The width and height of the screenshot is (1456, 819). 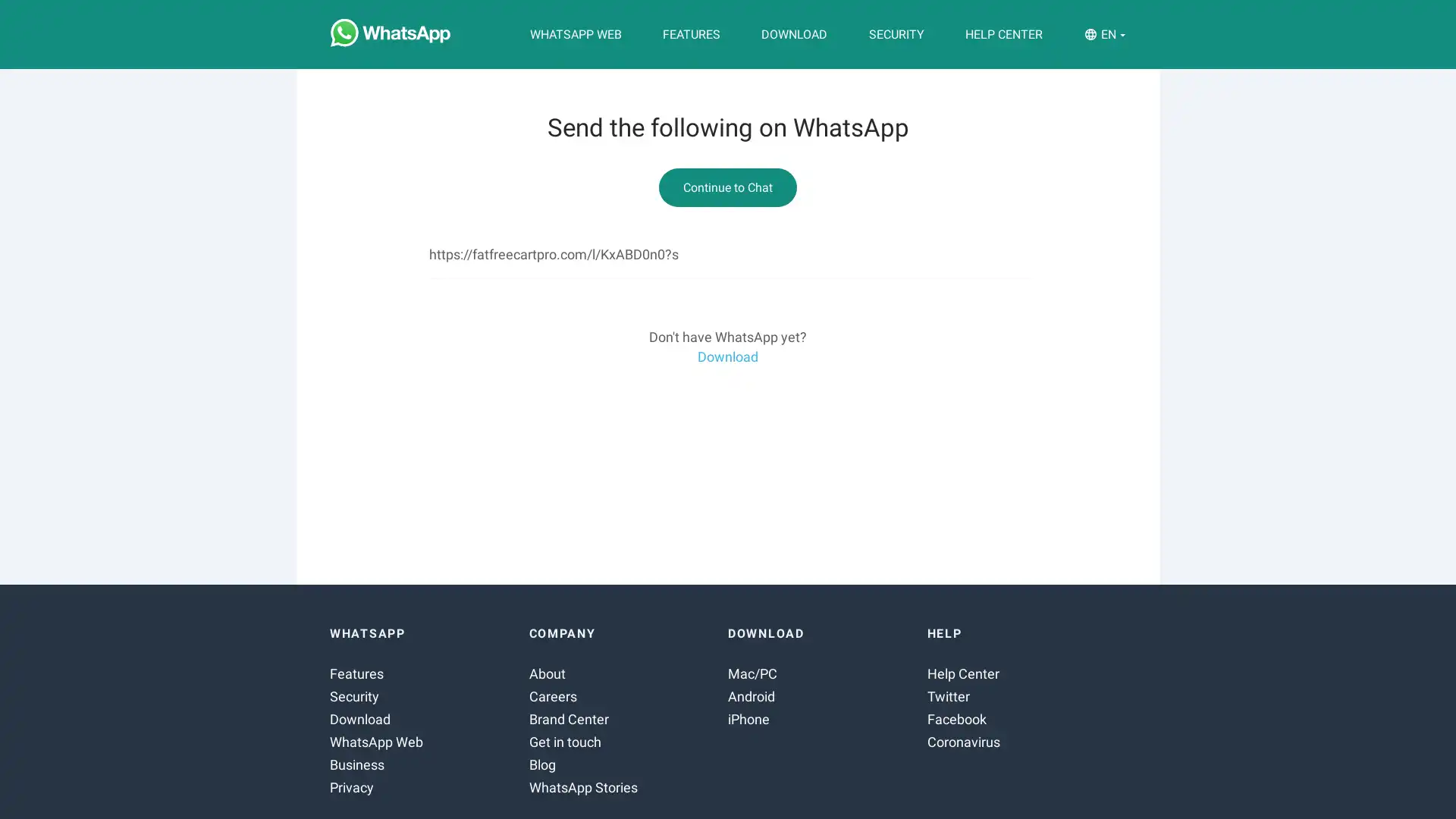 What do you see at coordinates (1105, 34) in the screenshot?
I see `EN` at bounding box center [1105, 34].